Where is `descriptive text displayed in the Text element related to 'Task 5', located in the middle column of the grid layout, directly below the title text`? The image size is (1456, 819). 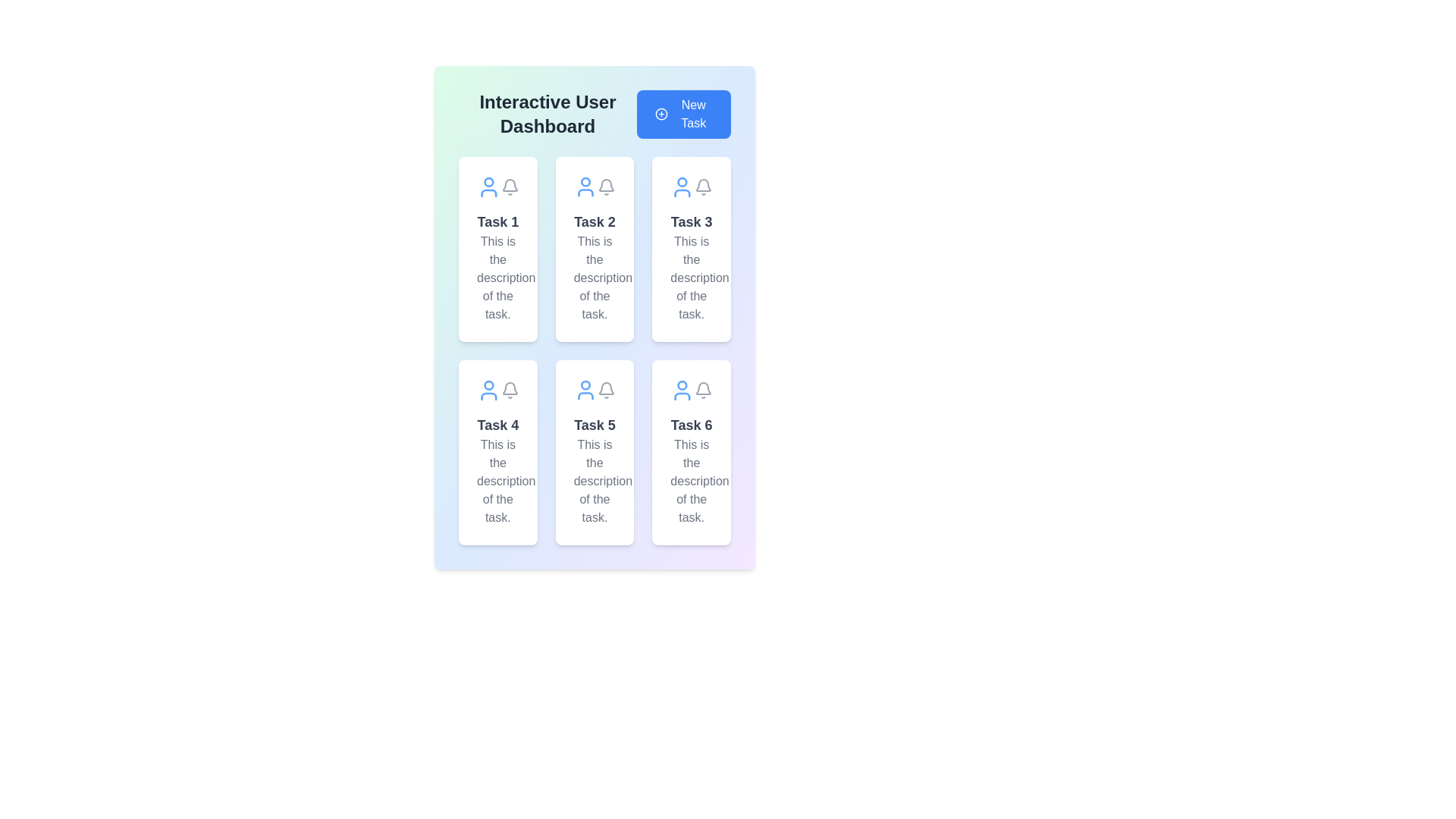
descriptive text displayed in the Text element related to 'Task 5', located in the middle column of the grid layout, directly below the title text is located at coordinates (594, 482).